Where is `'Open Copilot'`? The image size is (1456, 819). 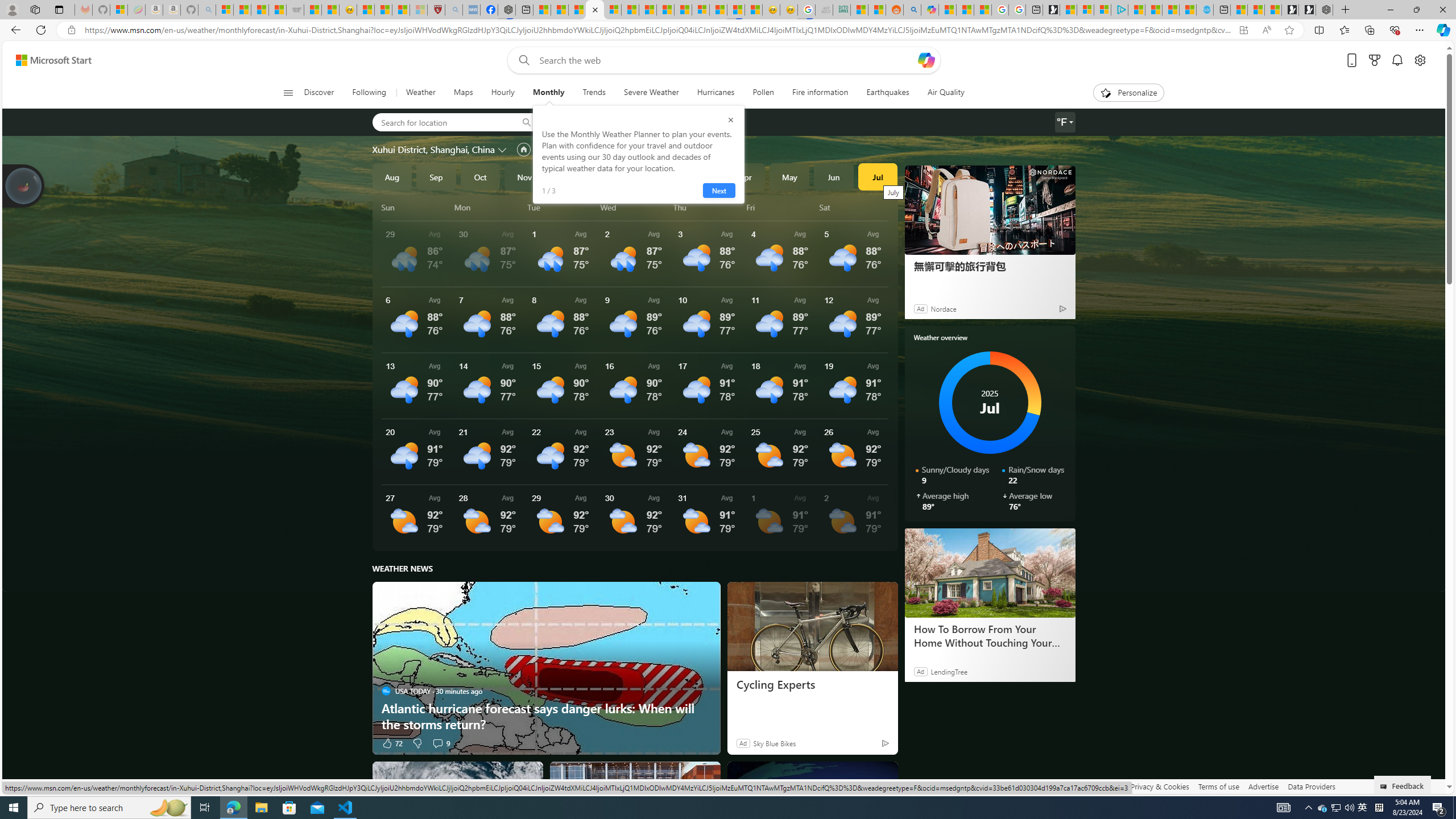
'Open Copilot' is located at coordinates (926, 59).